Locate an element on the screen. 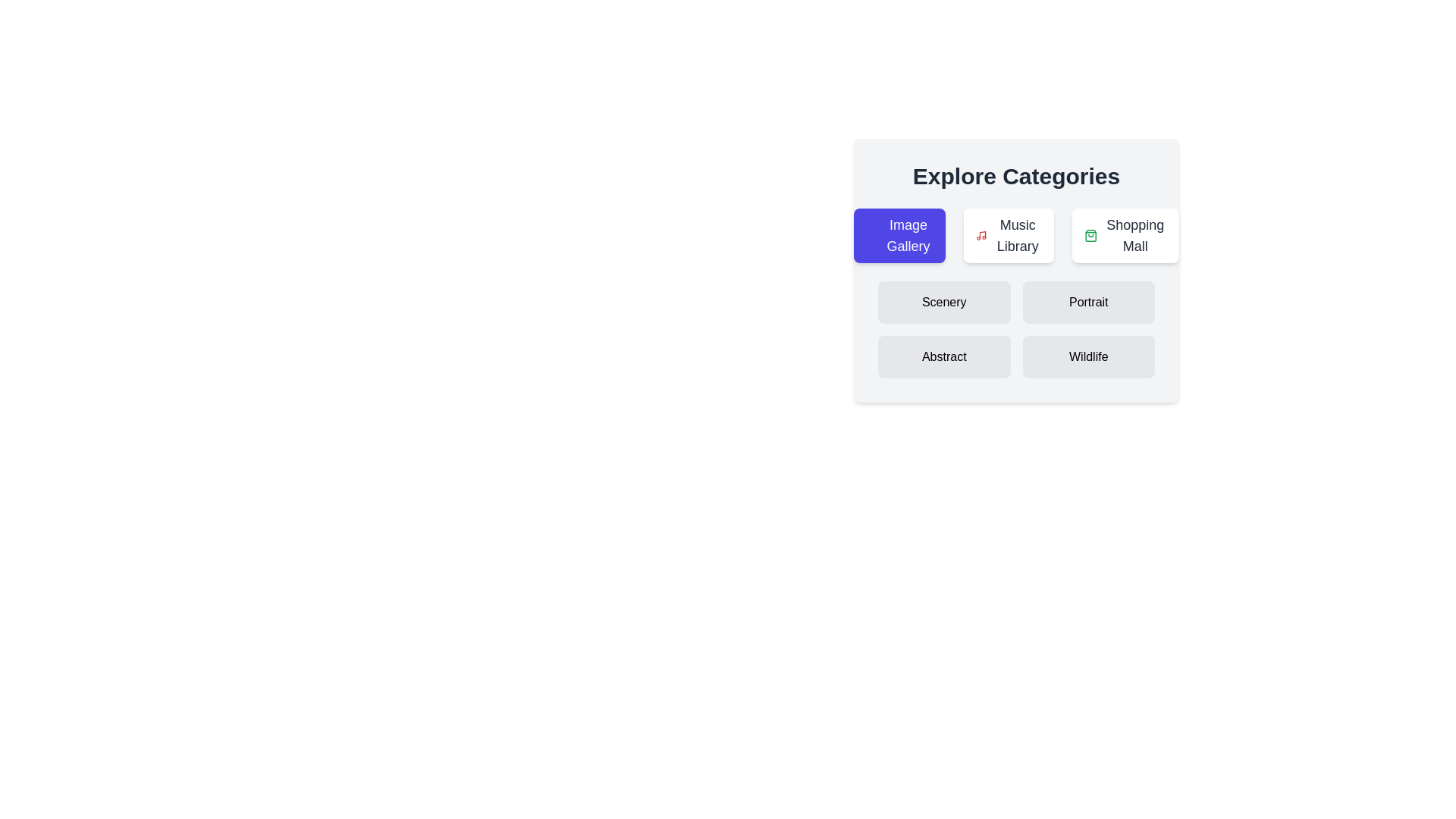 The image size is (1456, 819). the 'Image Gallery' button with a vibrant indigo background and white text, located in the top area of the 'Explore Categories' section is located at coordinates (899, 236).